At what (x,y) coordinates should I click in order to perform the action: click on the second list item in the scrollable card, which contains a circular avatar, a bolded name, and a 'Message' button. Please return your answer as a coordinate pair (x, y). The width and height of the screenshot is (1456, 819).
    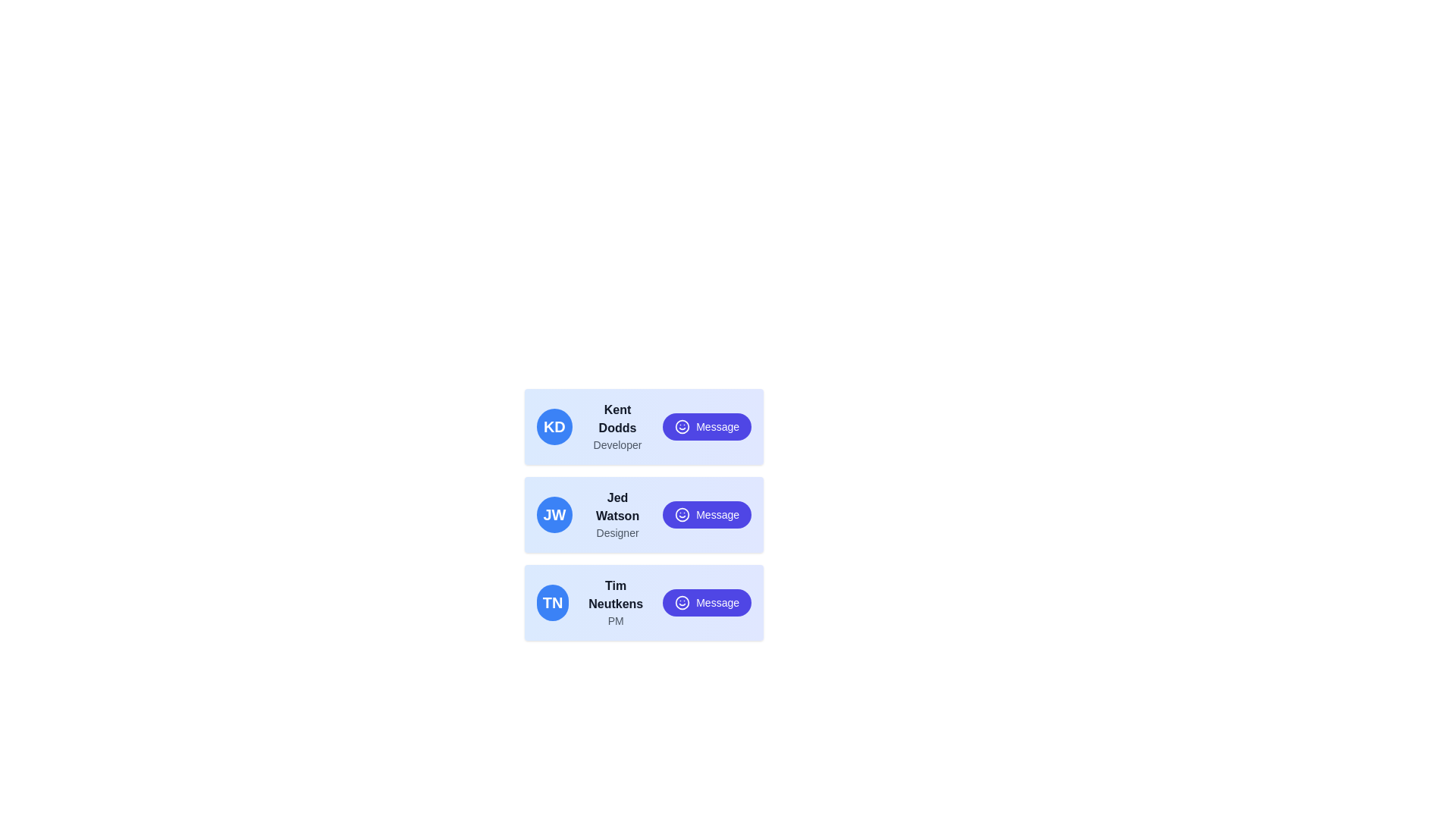
    Looking at the image, I should click on (644, 504).